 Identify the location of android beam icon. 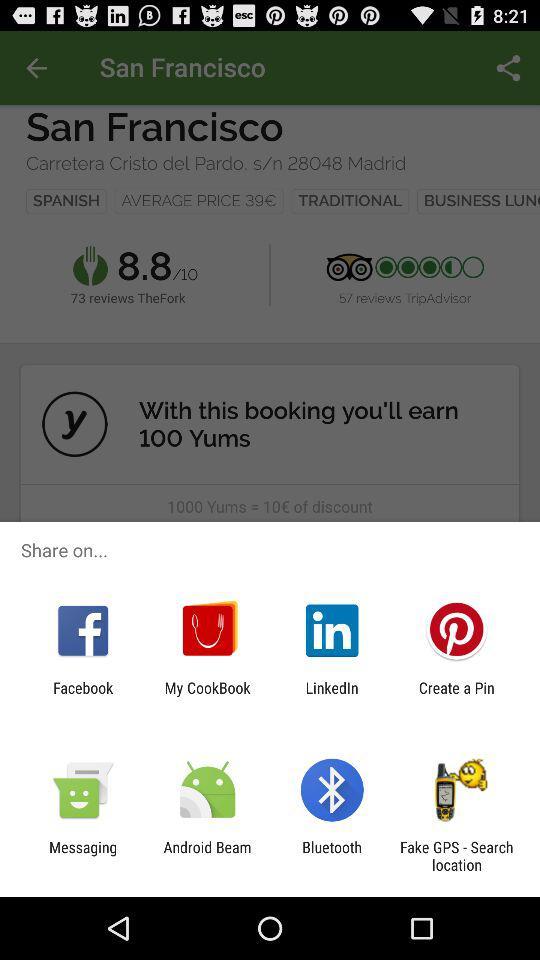
(206, 855).